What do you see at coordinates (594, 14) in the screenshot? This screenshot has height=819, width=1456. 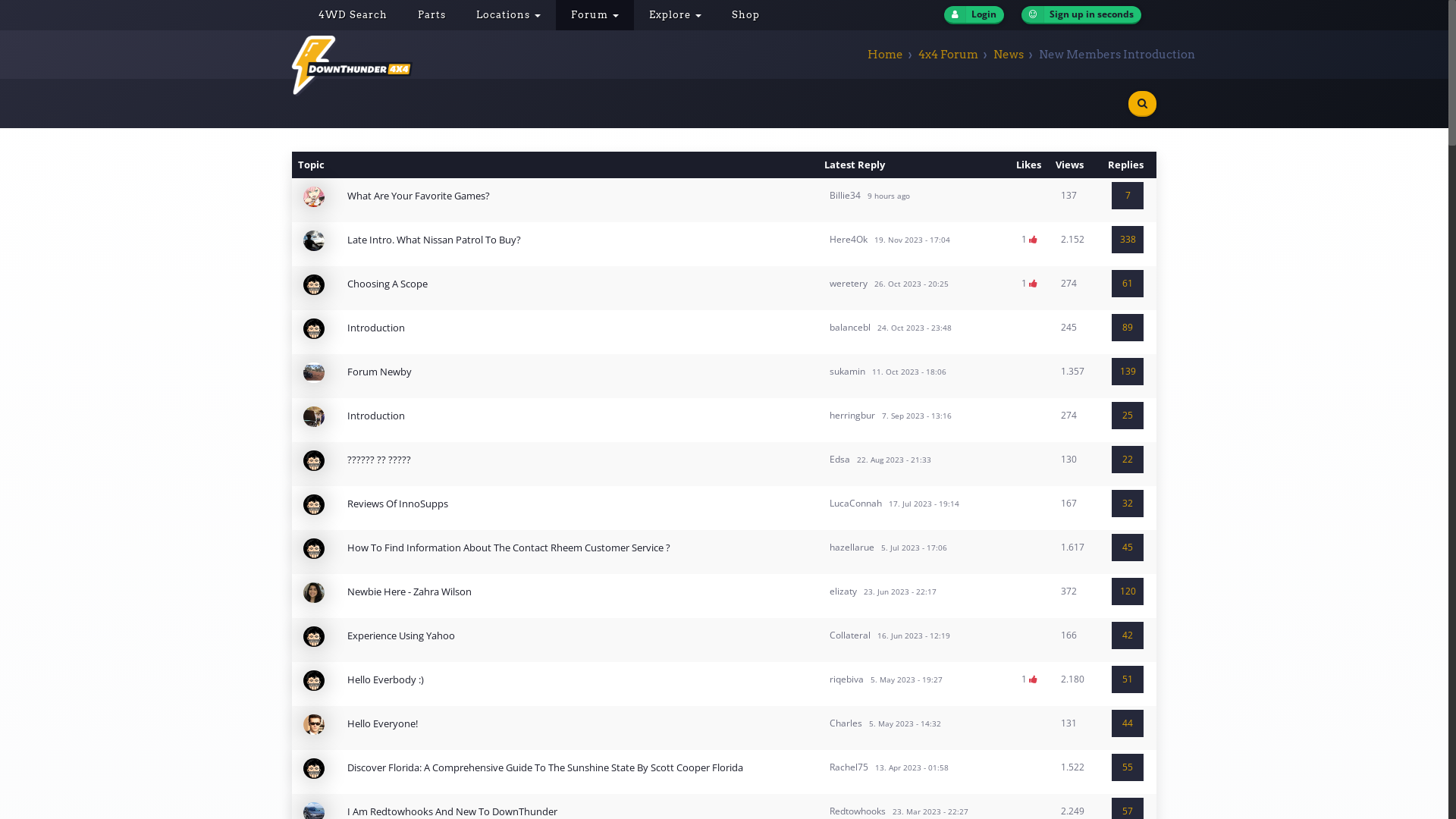 I see `'Forum'` at bounding box center [594, 14].